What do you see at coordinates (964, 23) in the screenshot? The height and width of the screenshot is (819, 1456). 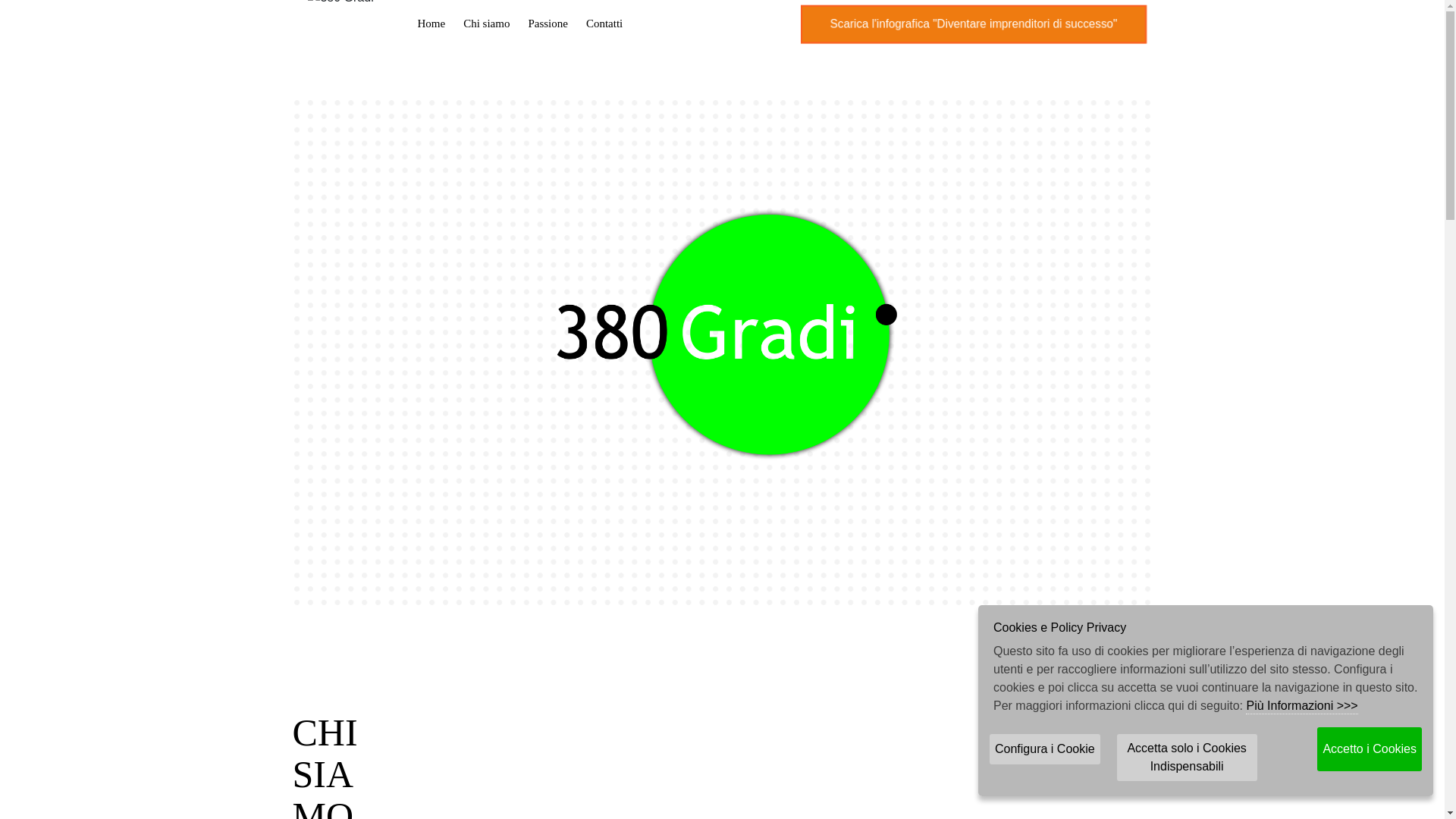 I see `'Scarica l'infografica "Diventare imprenditori di successo"'` at bounding box center [964, 23].